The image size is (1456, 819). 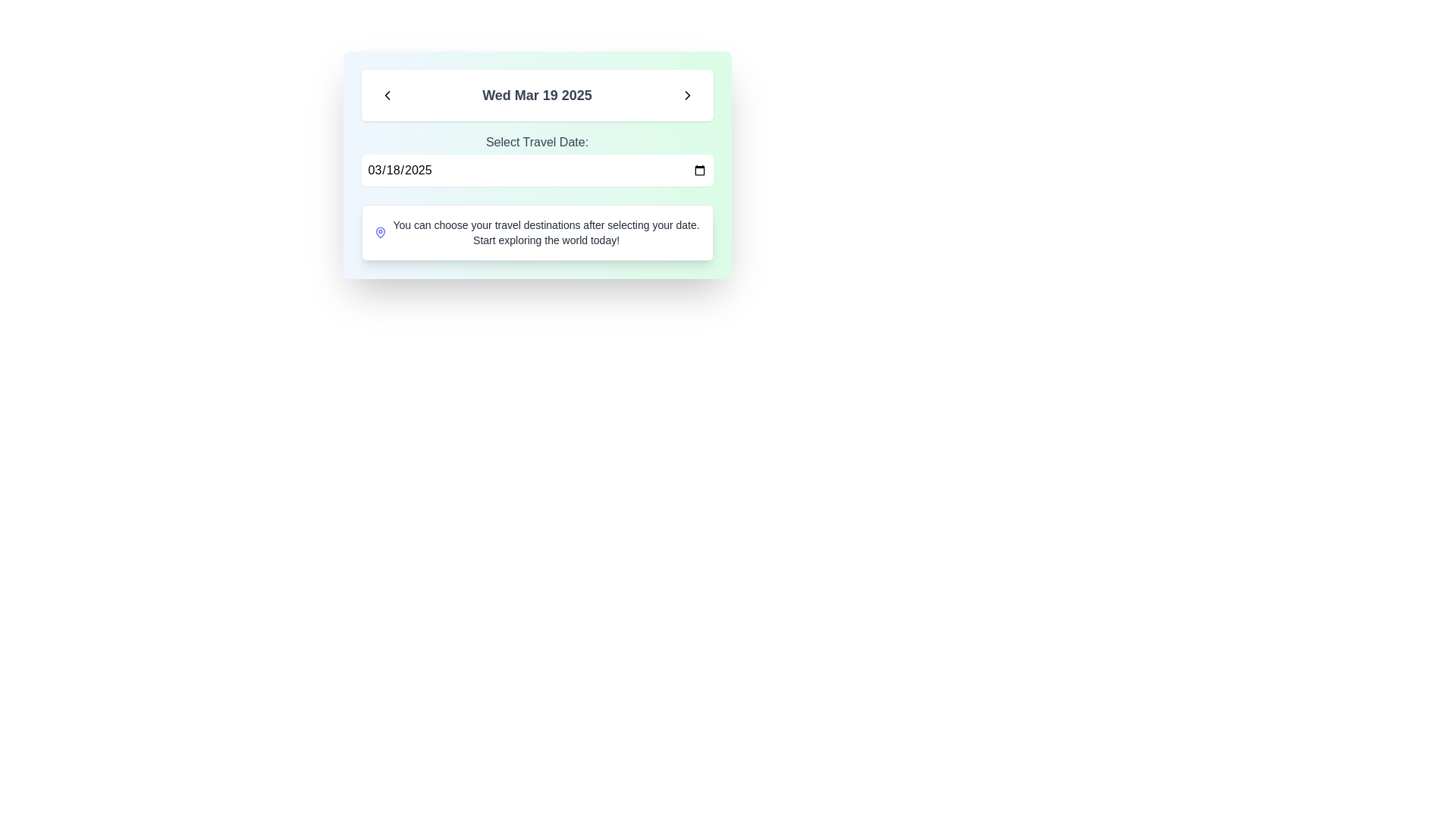 I want to click on the purple map pin icon, which is a clean and minimalistic line icon located inside a rounded rectangle box next to the travel choices description, so click(x=380, y=233).